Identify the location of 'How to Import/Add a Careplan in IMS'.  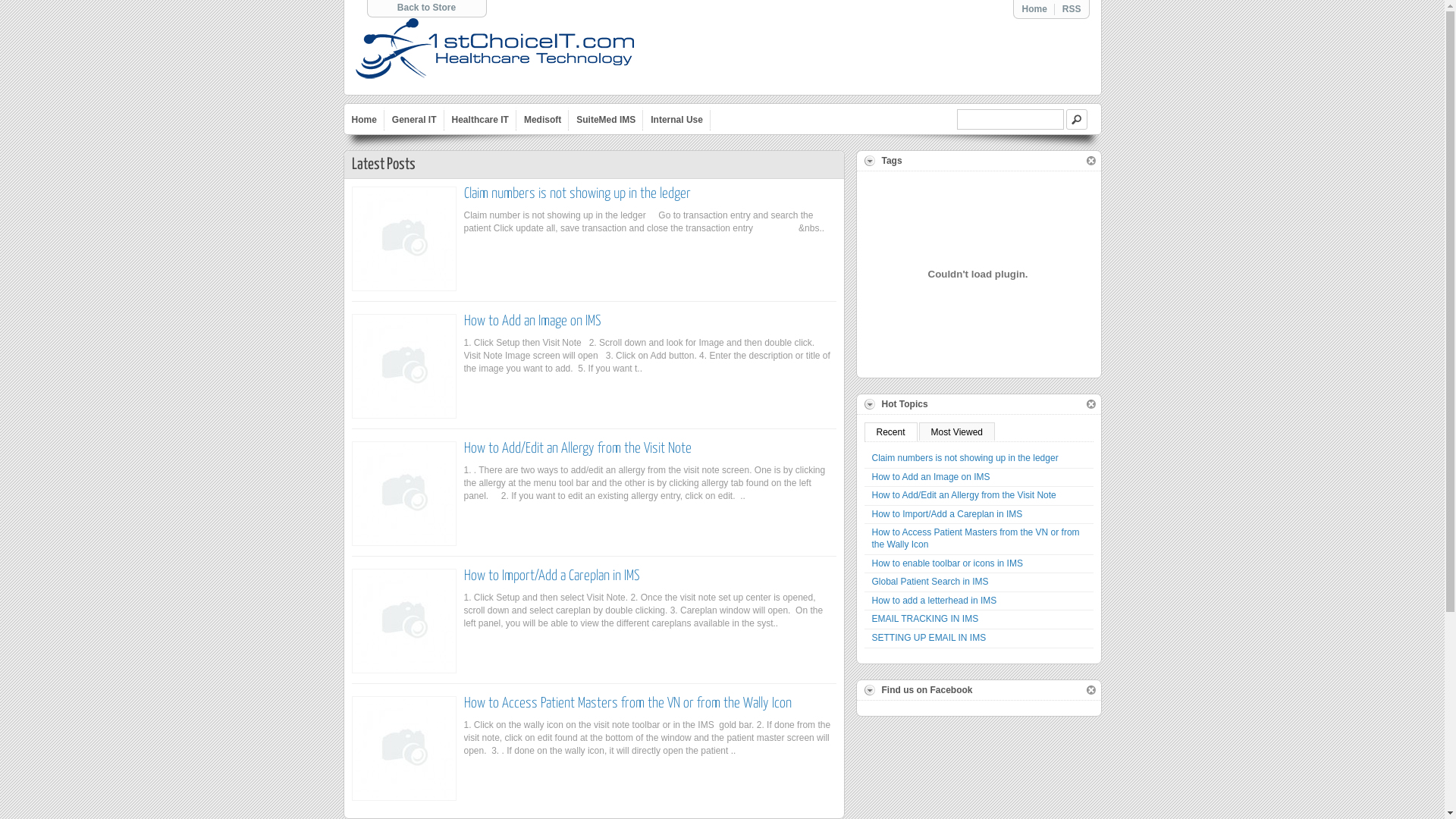
(979, 514).